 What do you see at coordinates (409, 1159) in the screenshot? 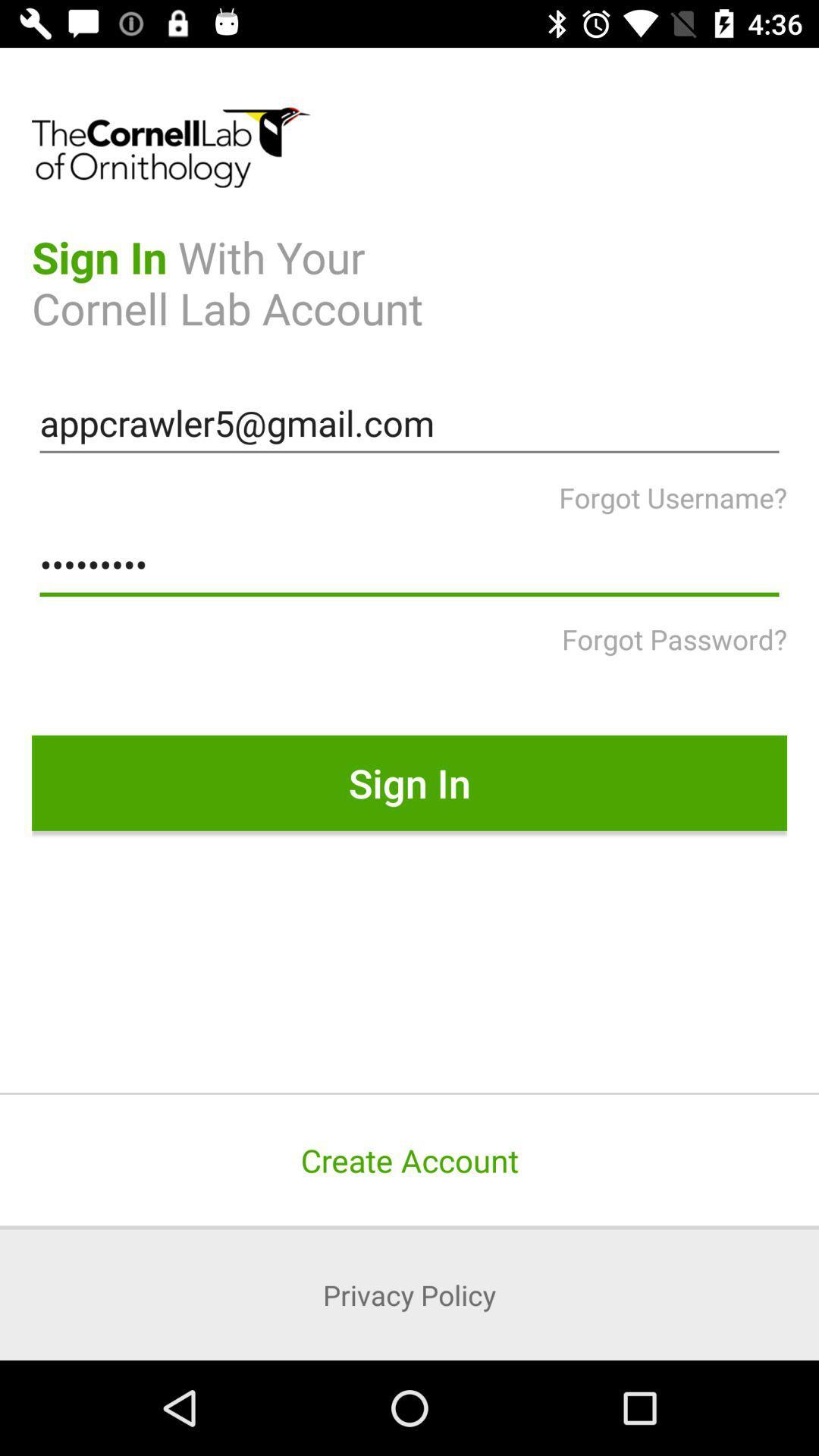
I see `create account` at bounding box center [409, 1159].